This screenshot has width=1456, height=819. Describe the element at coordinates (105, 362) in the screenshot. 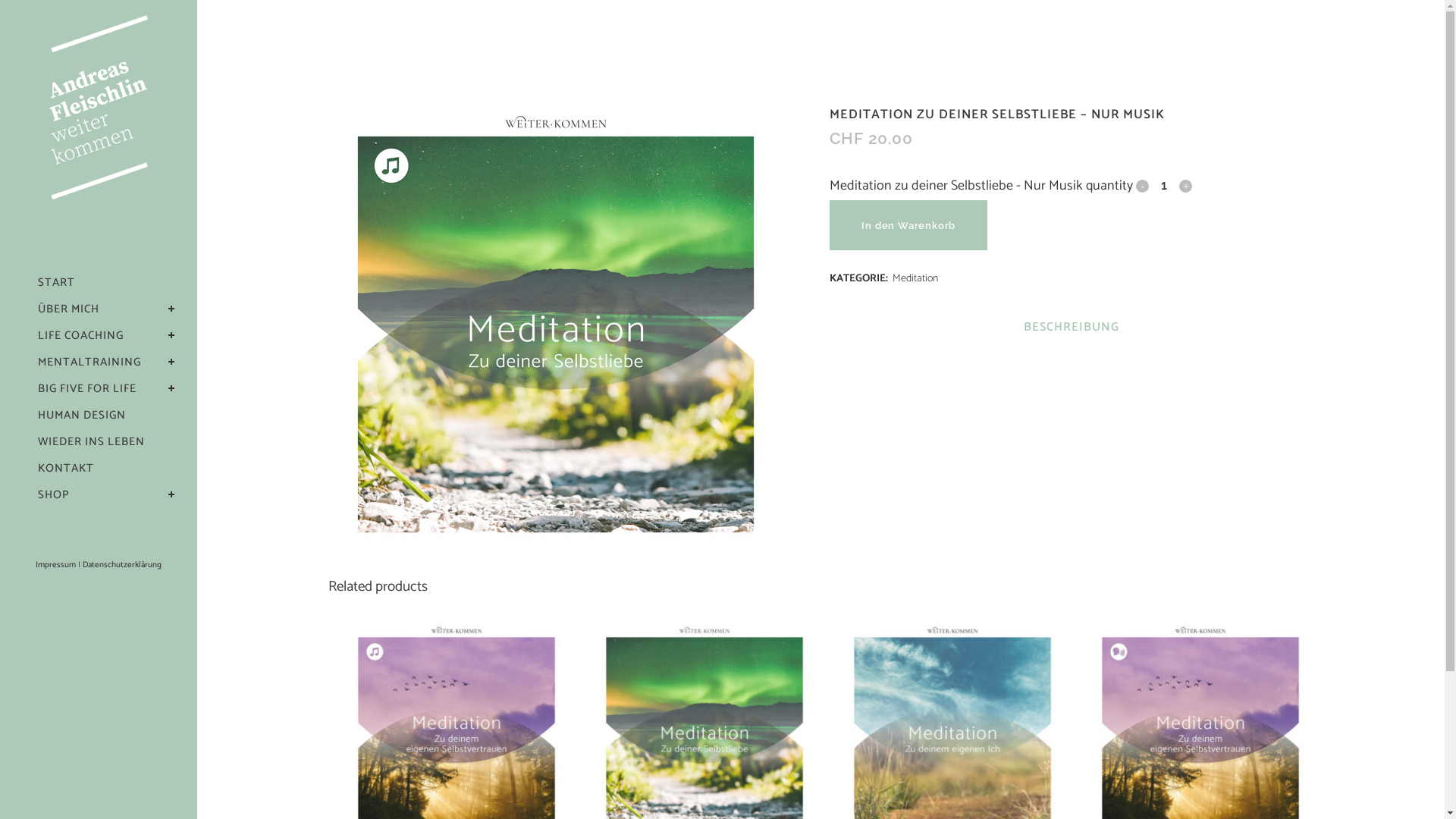

I see `'MENTALTRAINING'` at that location.